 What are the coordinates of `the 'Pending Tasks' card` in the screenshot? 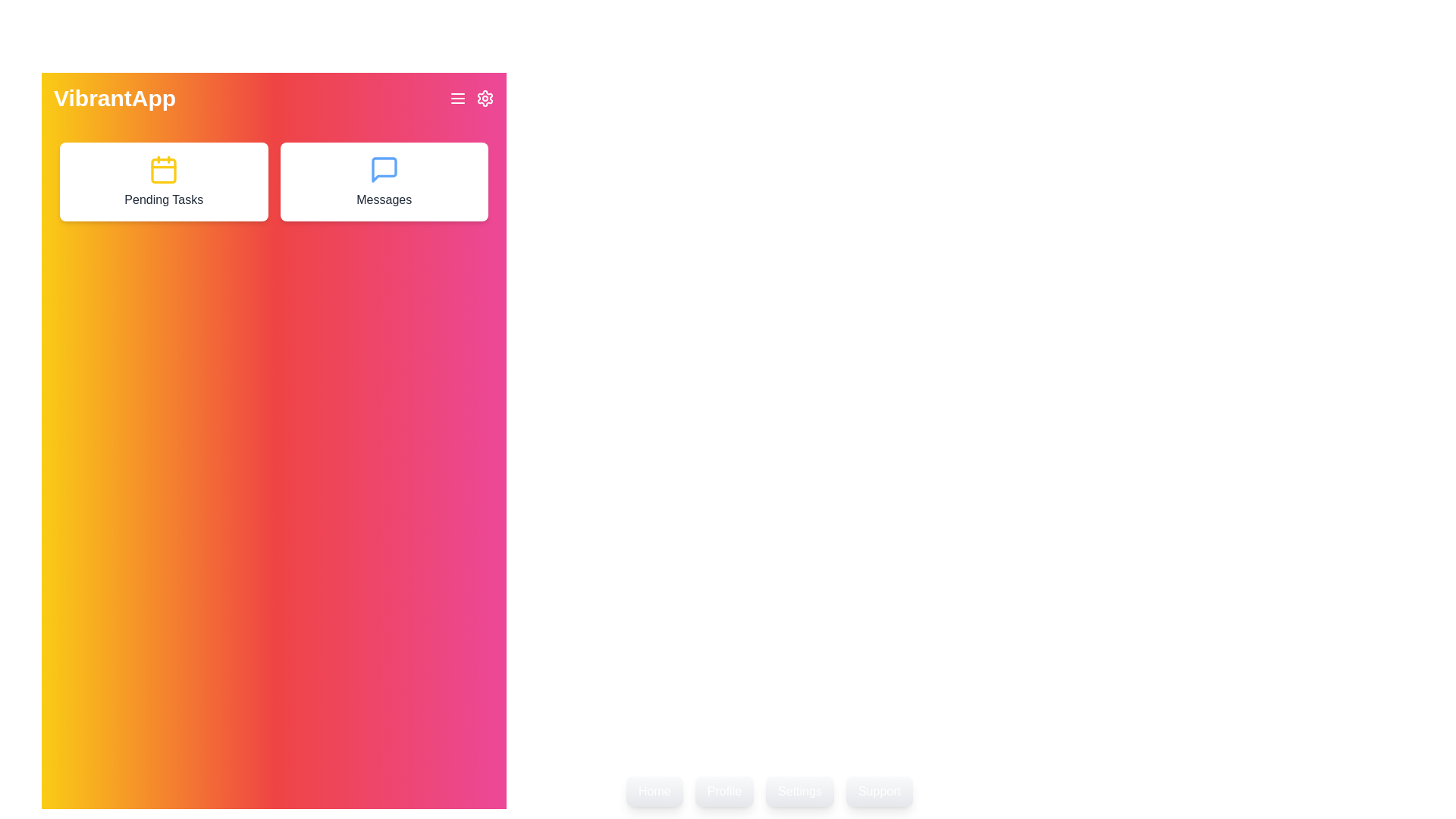 It's located at (164, 180).